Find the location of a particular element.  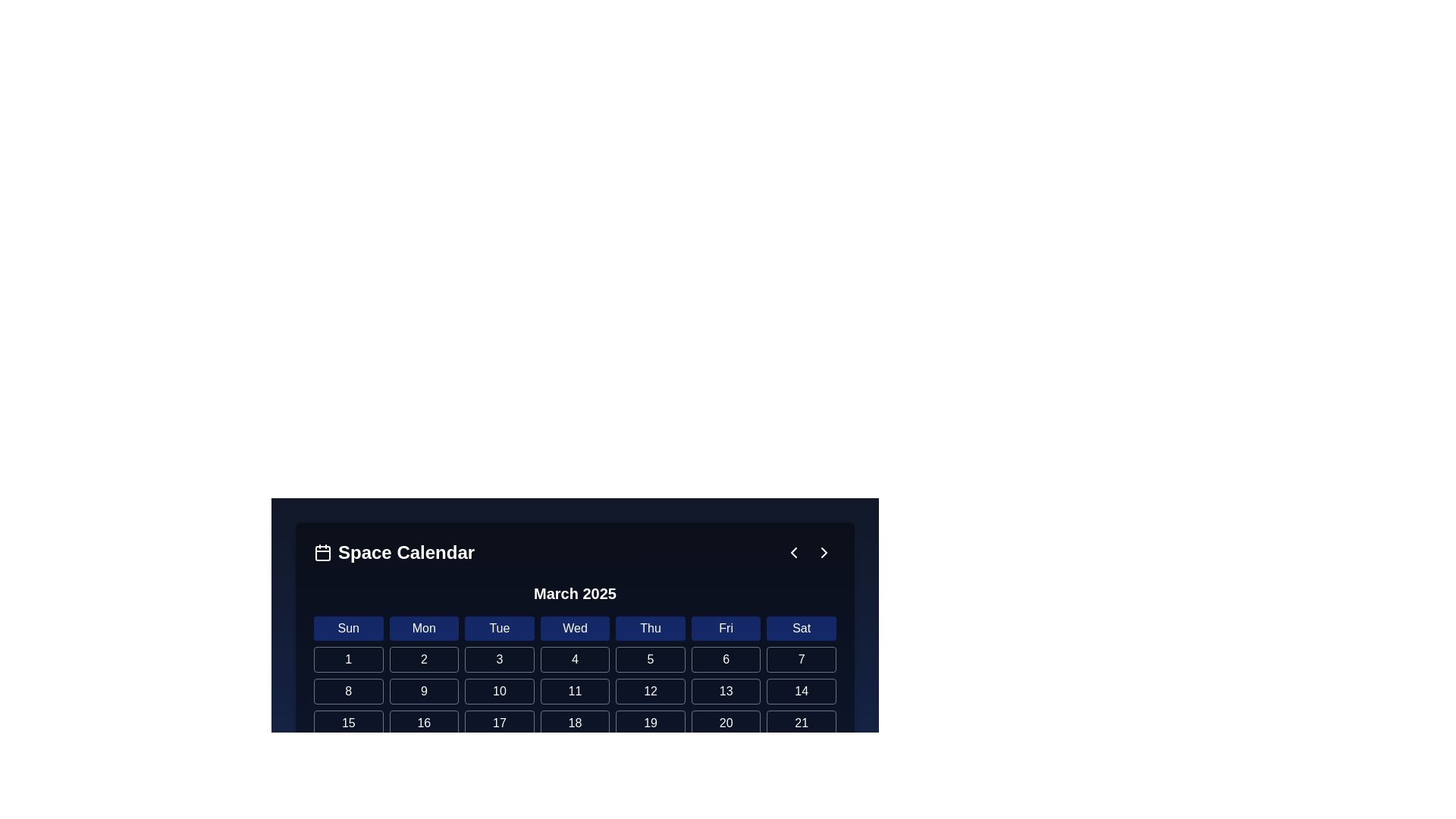

to select the date cell located in the sixth row and third column of the March 2025 calendar, under the 'Tue' header is located at coordinates (499, 722).